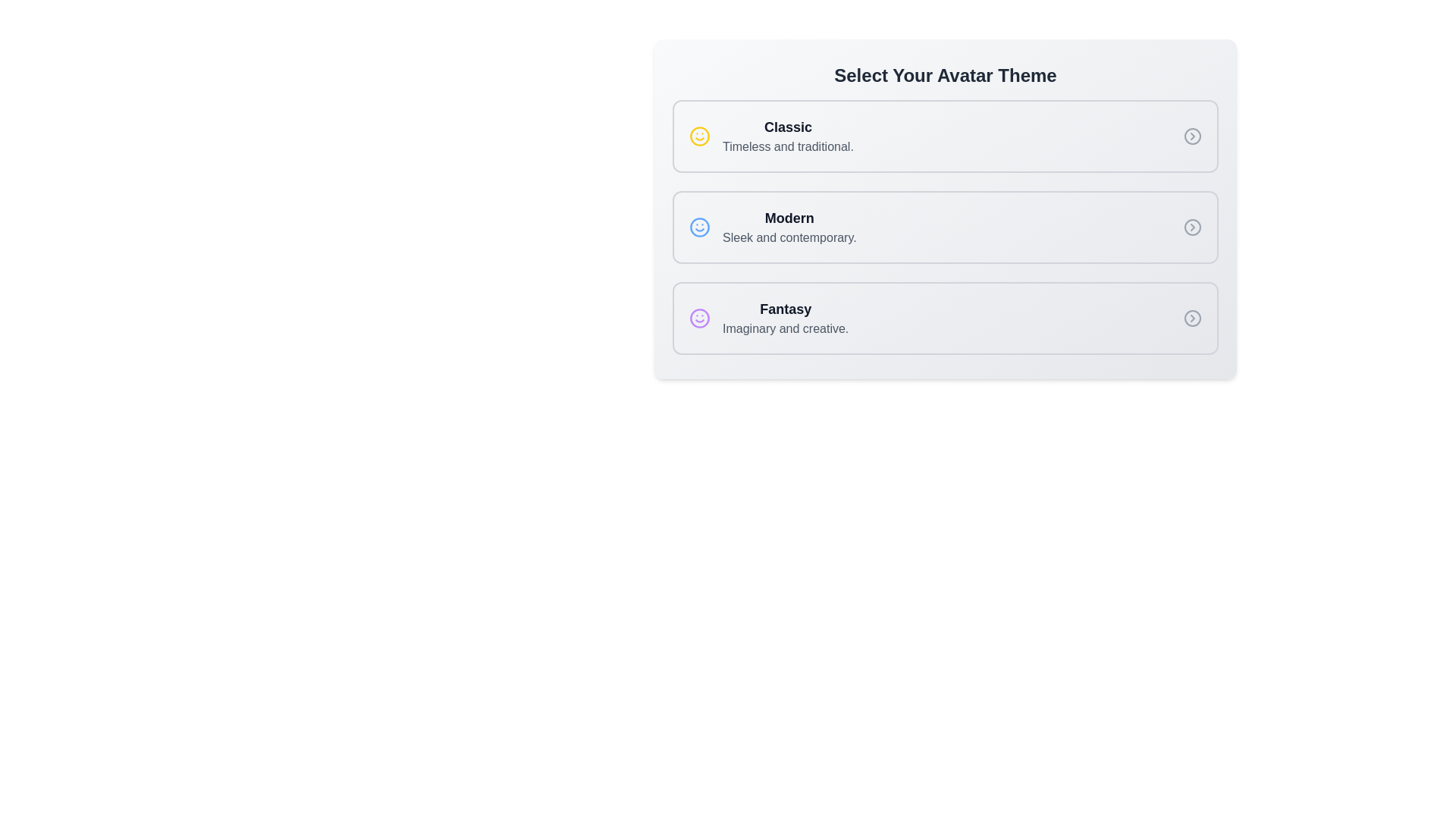 This screenshot has height=819, width=1456. I want to click on informational text element that describes the 'Classic' avatar theme option, located immediately below the title 'Classic' in the avatar themes list, so click(788, 146).